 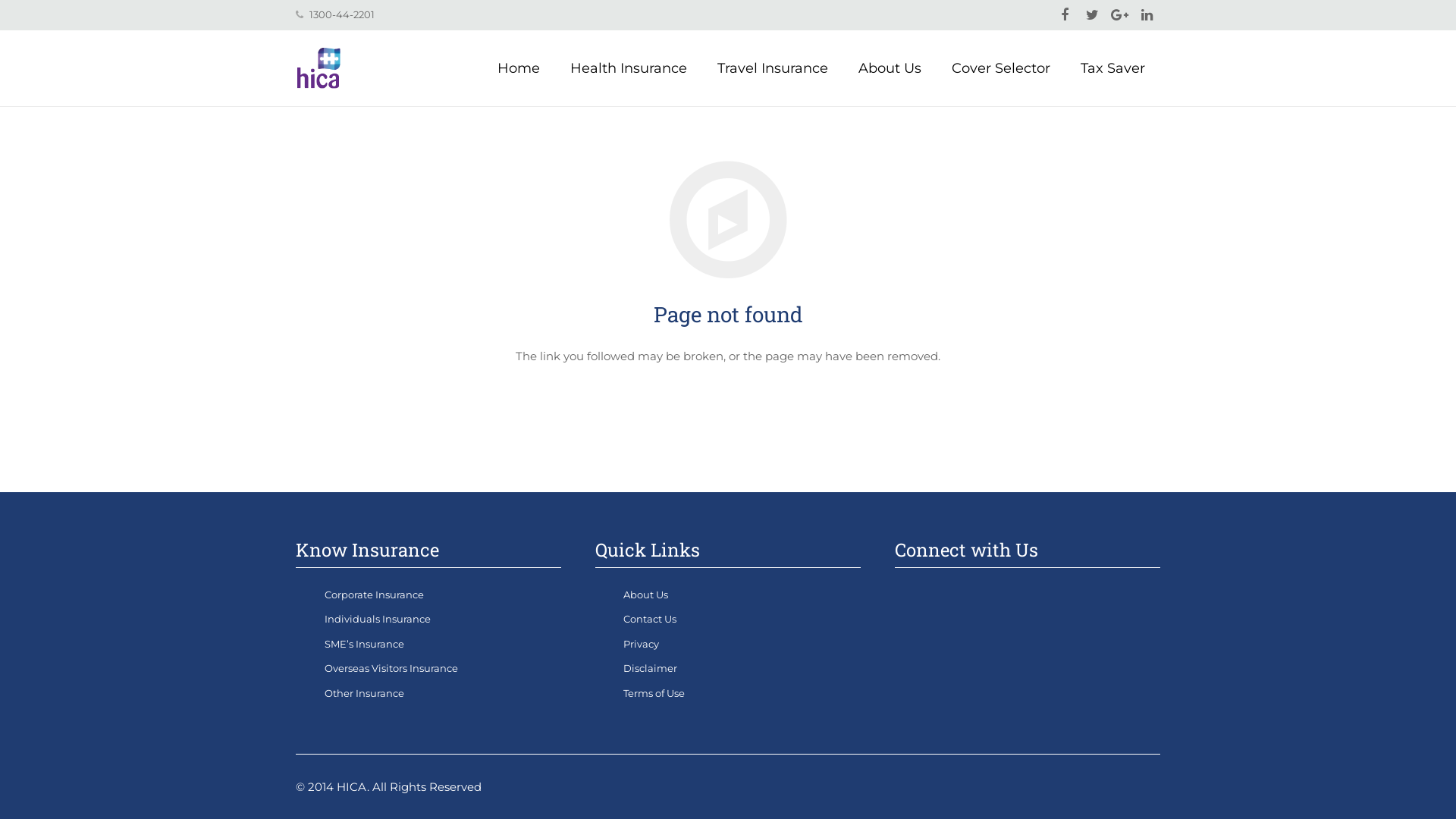 I want to click on 'Disclaimer', so click(x=623, y=667).